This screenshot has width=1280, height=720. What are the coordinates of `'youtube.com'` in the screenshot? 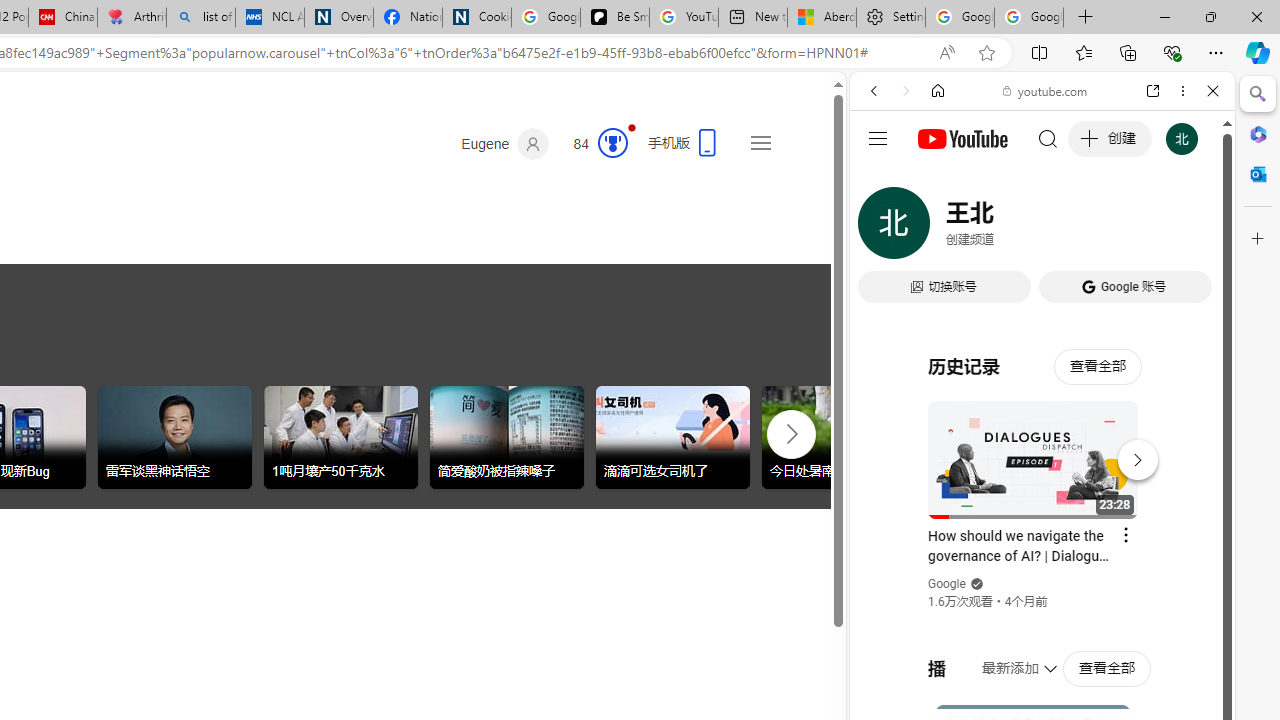 It's located at (1045, 91).